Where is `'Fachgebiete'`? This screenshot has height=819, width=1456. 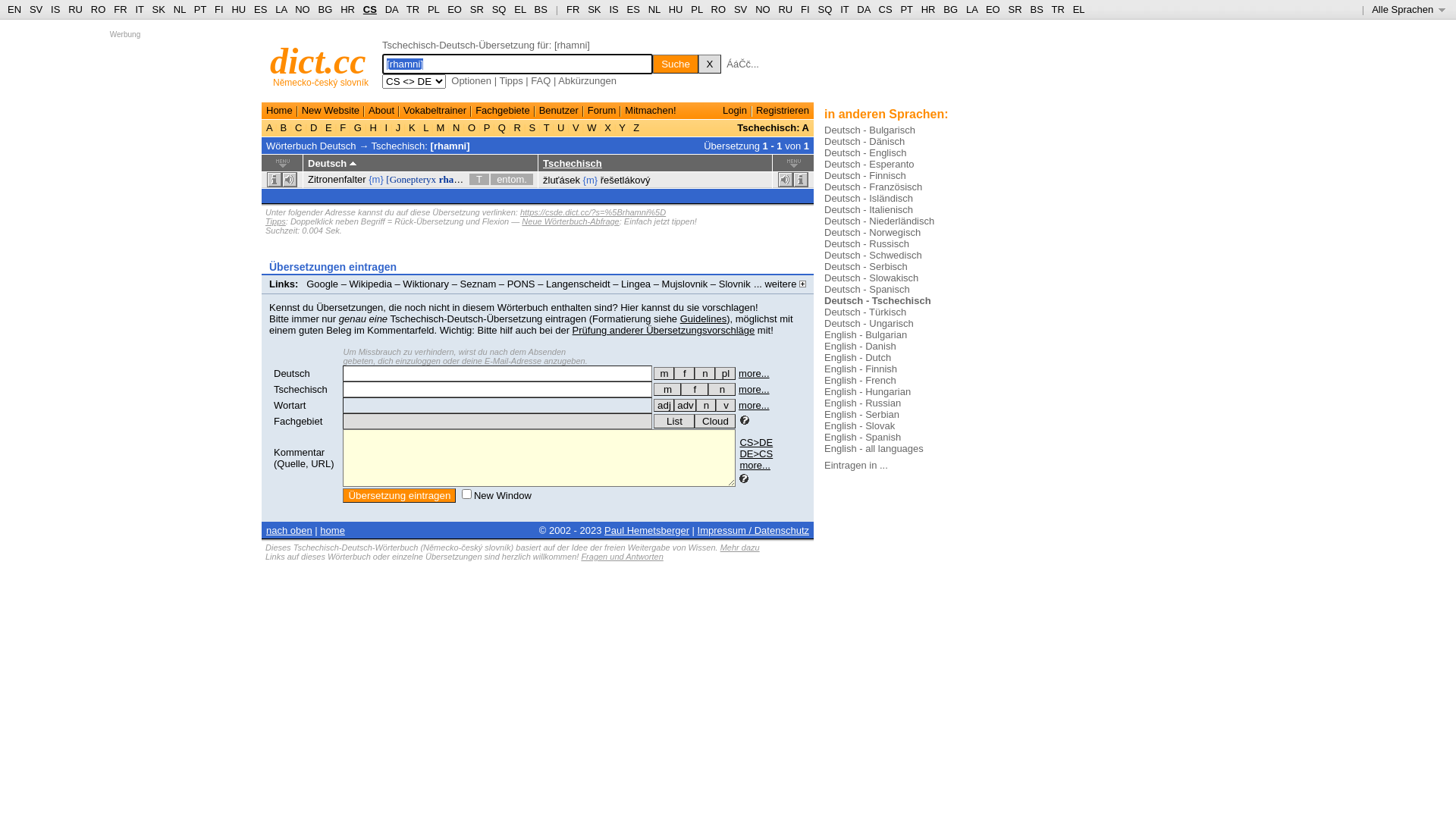 'Fachgebiete' is located at coordinates (475, 109).